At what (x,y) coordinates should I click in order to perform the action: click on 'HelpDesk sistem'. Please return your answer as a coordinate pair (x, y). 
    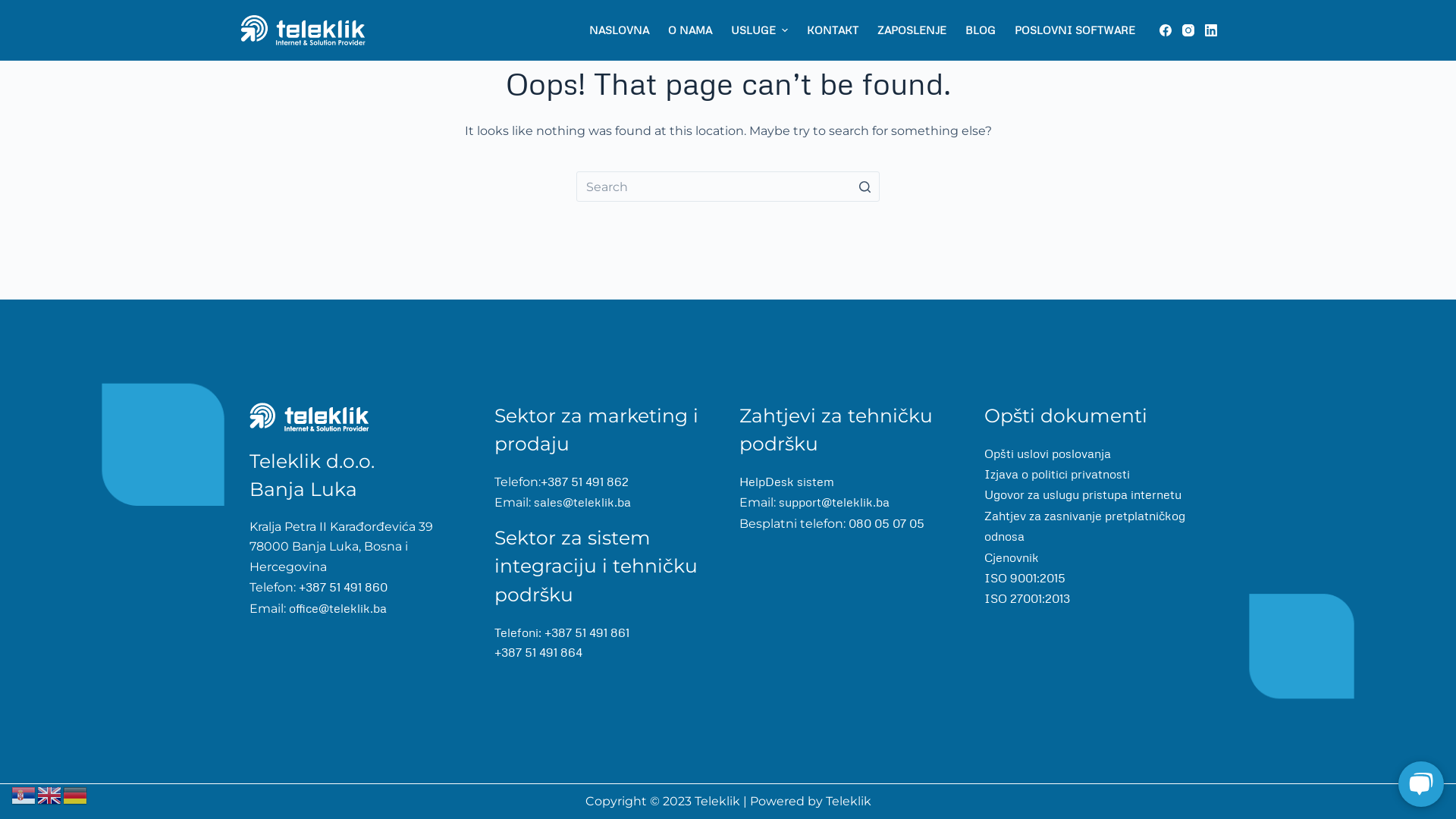
    Looking at the image, I should click on (786, 482).